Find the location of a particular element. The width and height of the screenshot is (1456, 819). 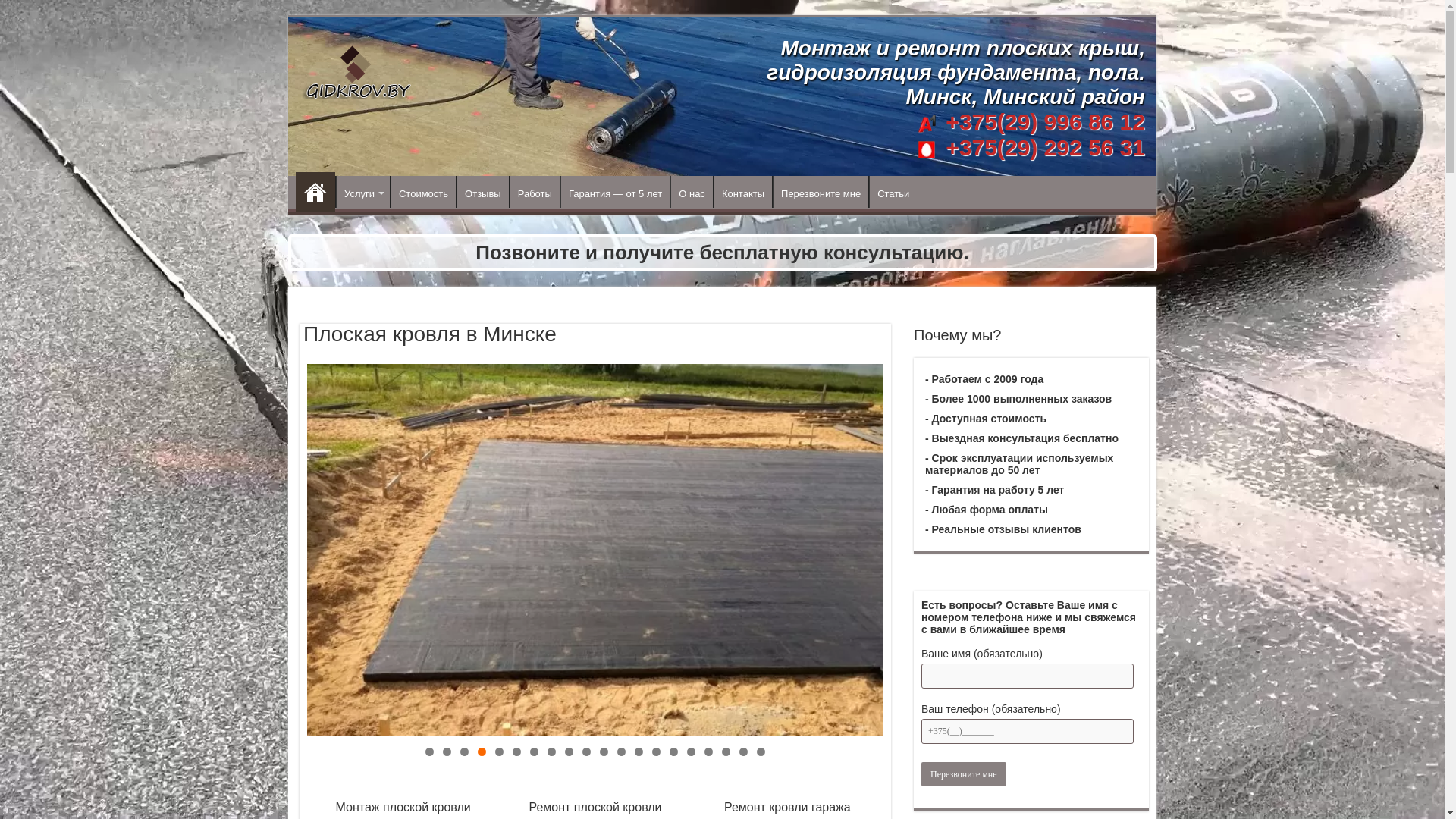

'20' is located at coordinates (761, 752).